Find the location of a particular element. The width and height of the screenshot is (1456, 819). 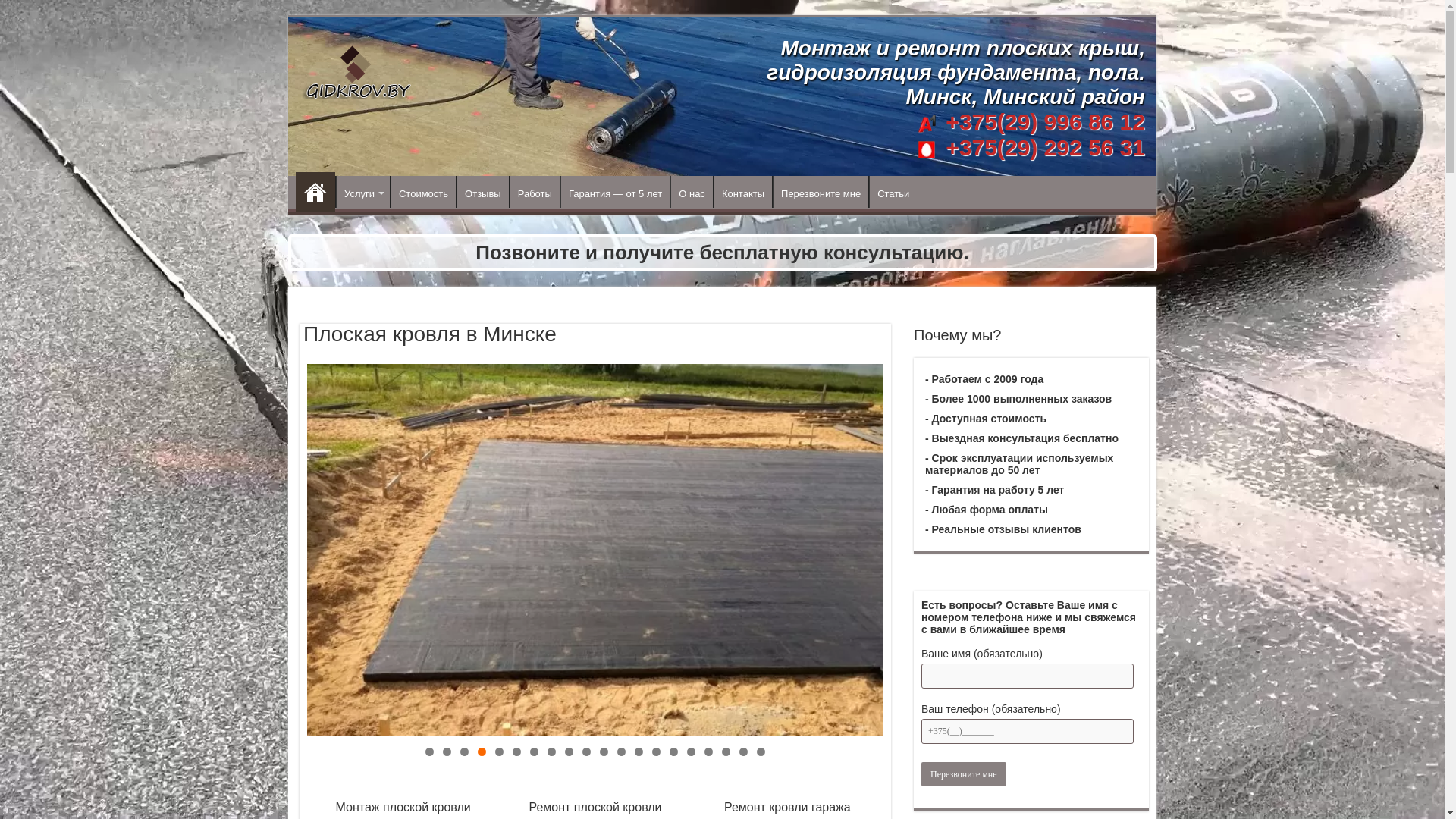

'20' is located at coordinates (761, 752).